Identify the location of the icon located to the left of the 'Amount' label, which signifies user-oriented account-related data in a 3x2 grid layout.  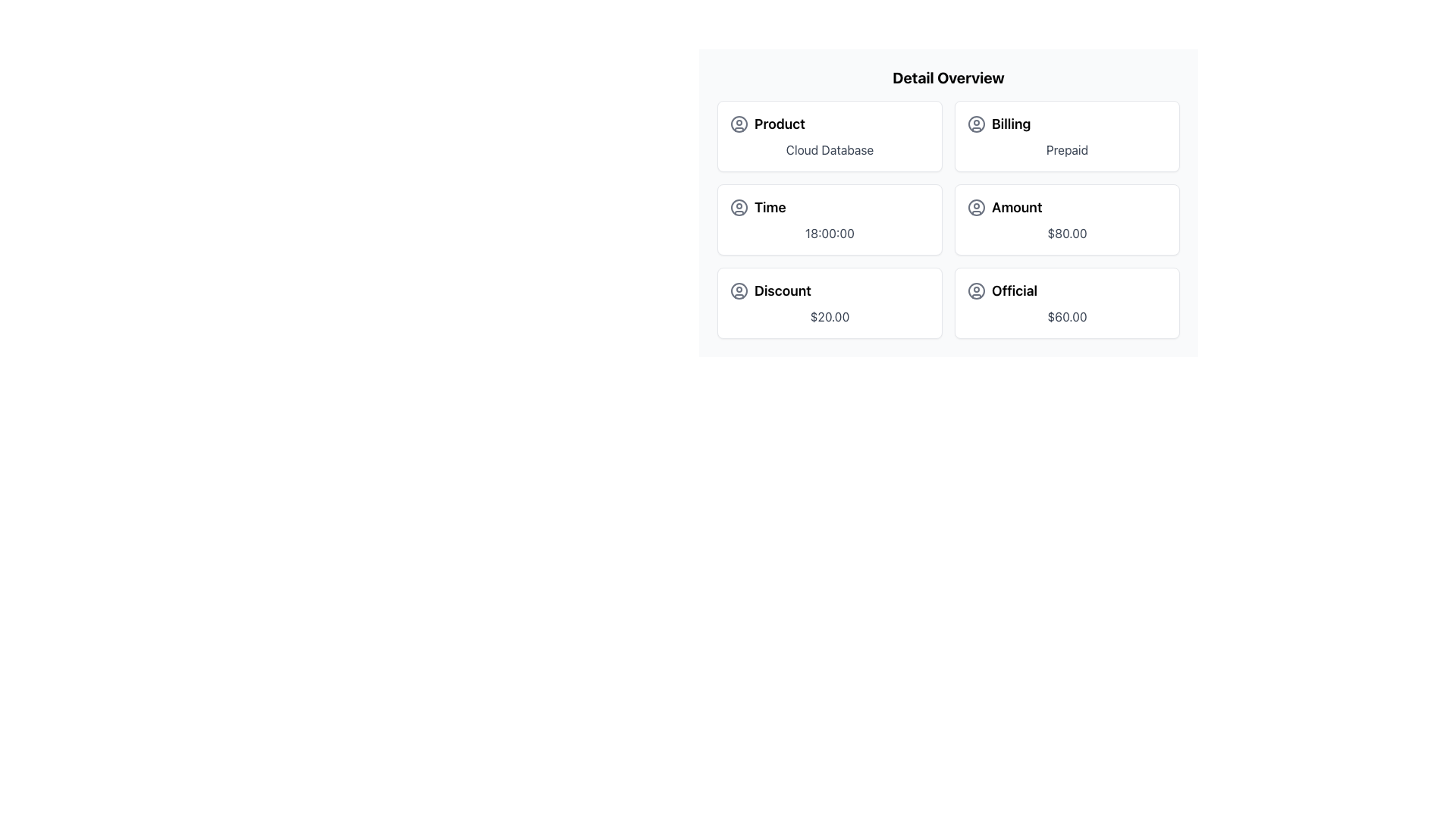
(976, 207).